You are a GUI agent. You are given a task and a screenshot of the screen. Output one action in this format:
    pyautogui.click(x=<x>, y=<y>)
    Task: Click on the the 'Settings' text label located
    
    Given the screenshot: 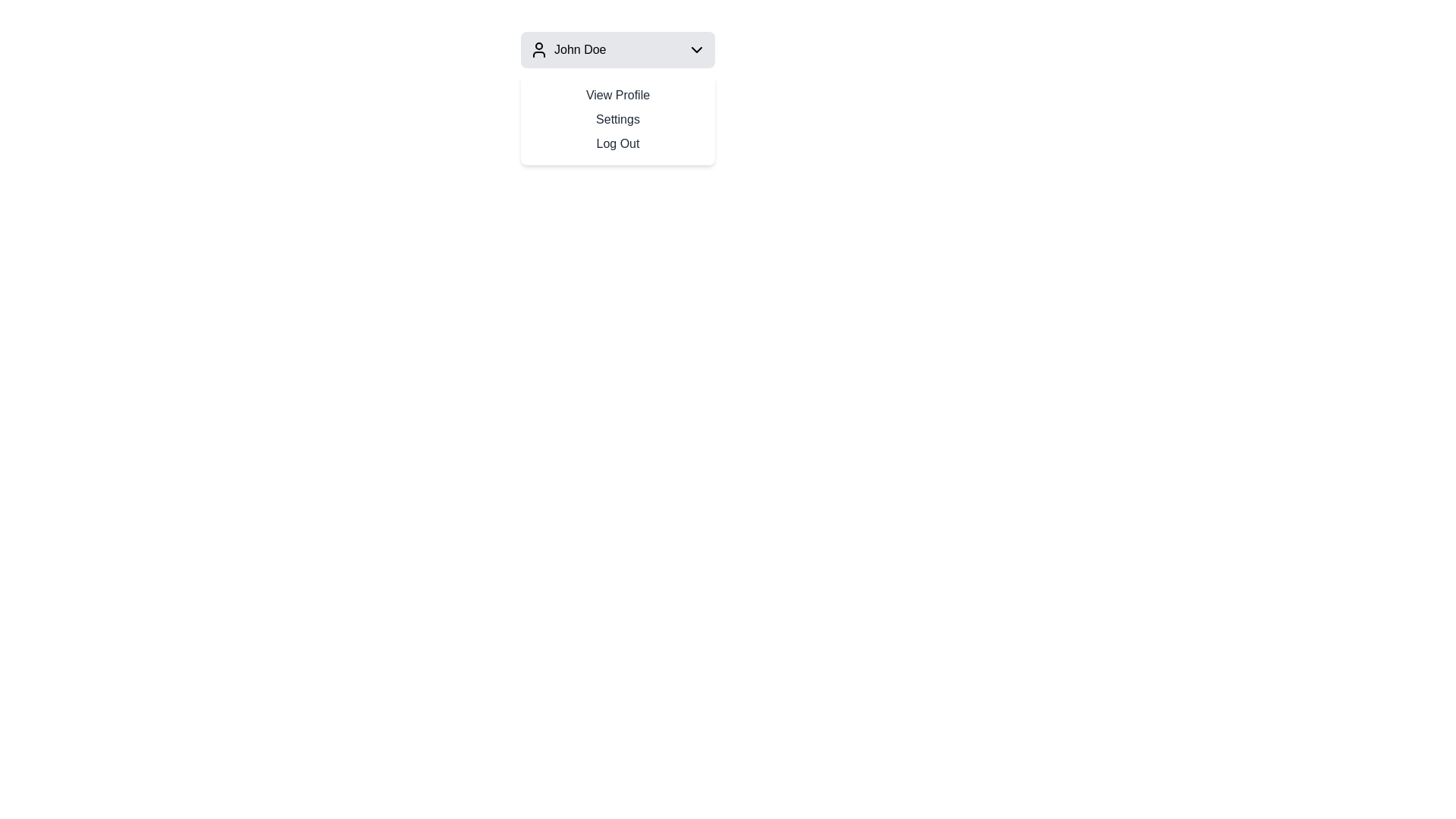 What is the action you would take?
    pyautogui.click(x=618, y=119)
    